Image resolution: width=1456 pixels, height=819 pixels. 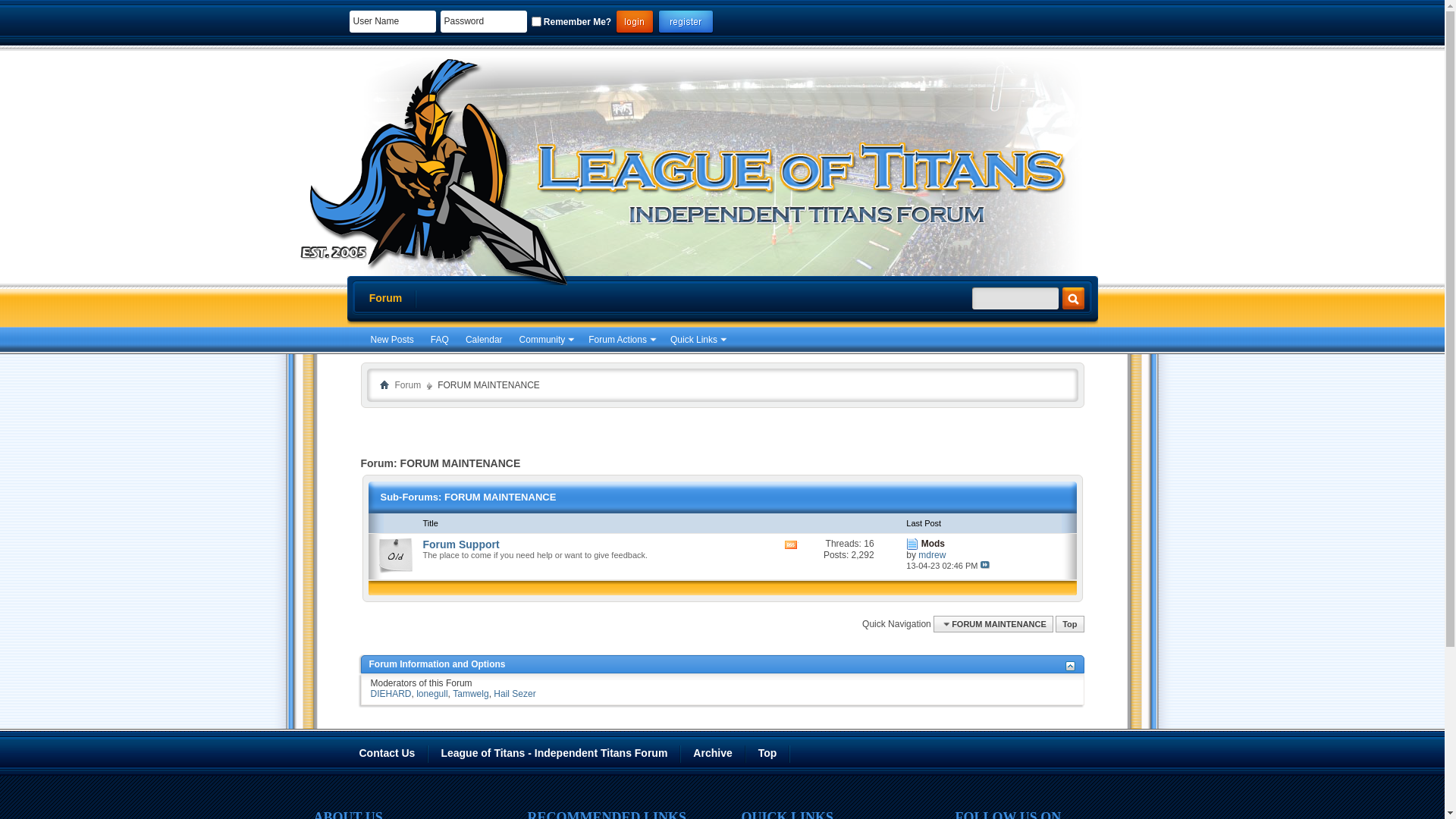 I want to click on 'New Posts', so click(x=391, y=339).